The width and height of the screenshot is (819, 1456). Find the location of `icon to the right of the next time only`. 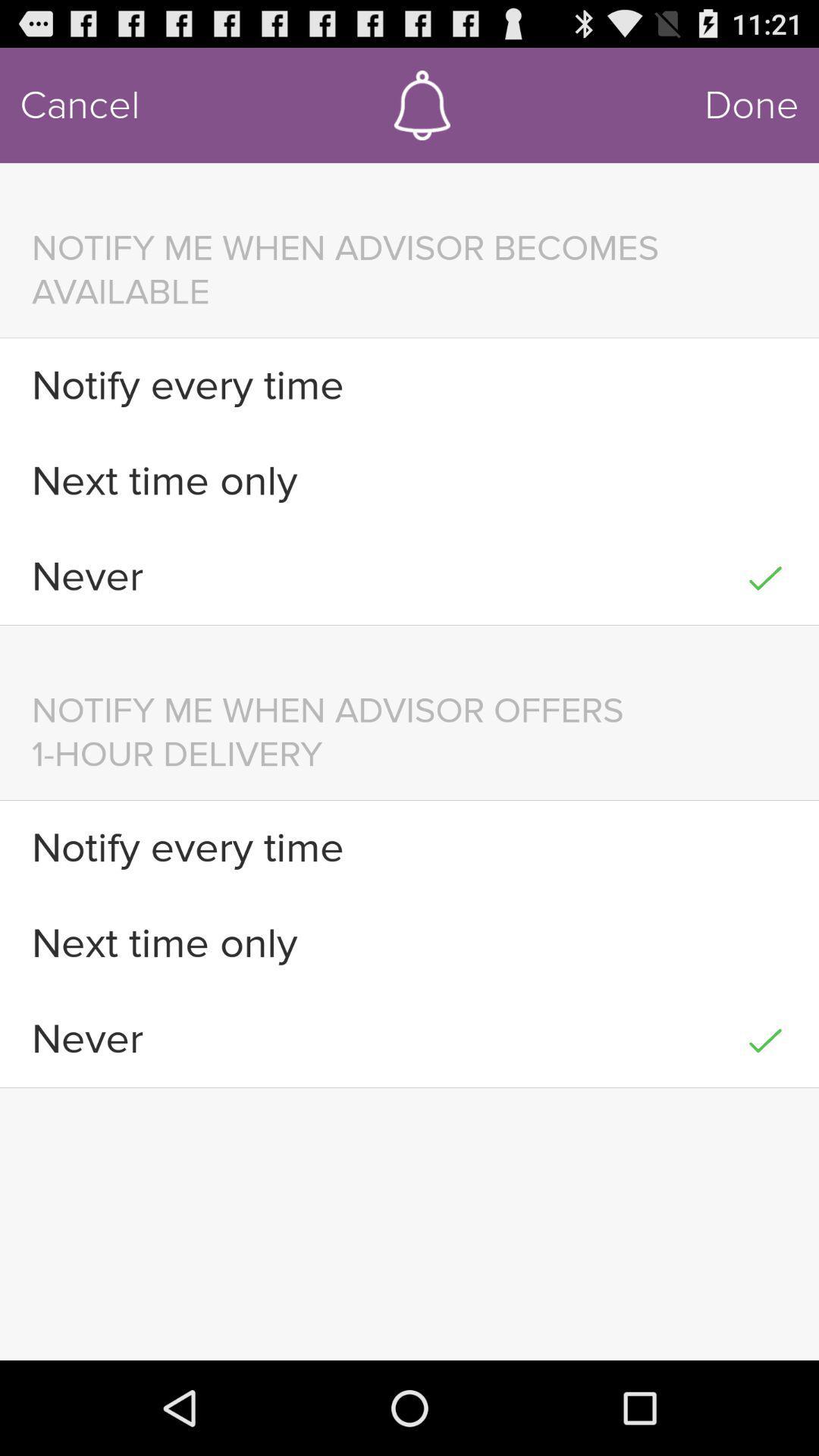

icon to the right of the next time only is located at coordinates (765, 480).